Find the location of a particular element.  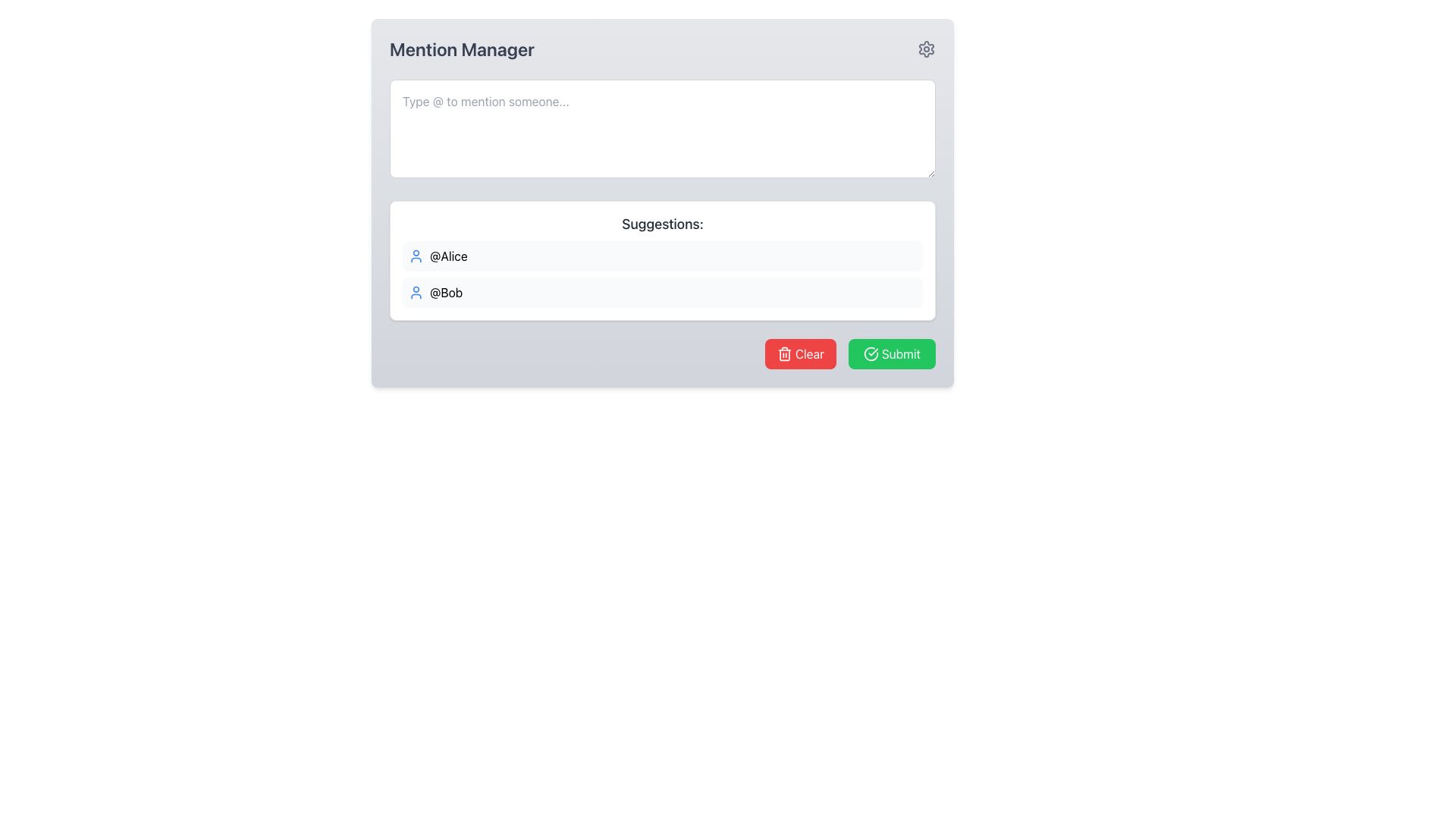

the gear icon button located at the far right of the top bar in the 'Mention Manager' interface is located at coordinates (926, 49).